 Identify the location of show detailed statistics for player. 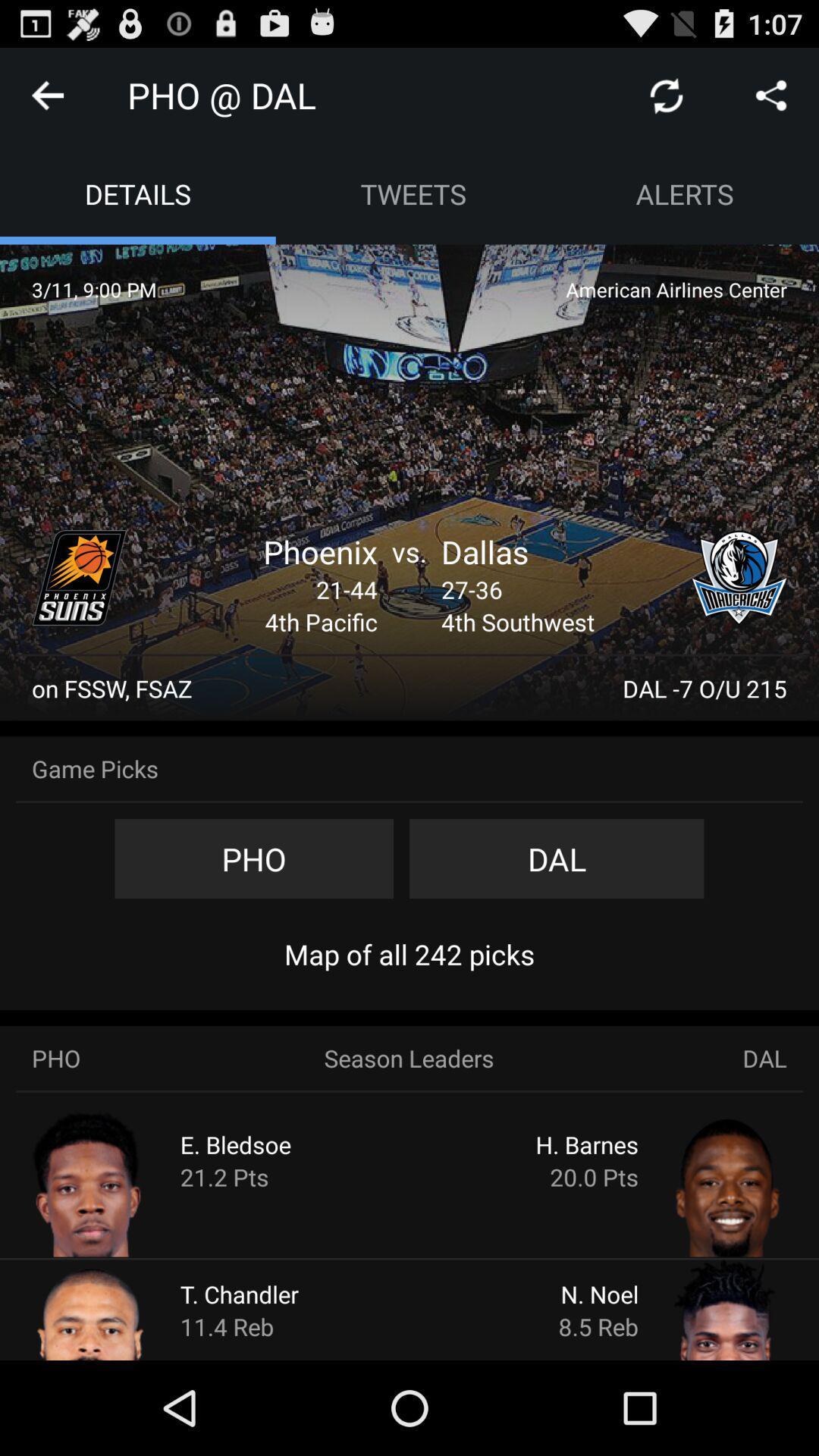
(699, 1308).